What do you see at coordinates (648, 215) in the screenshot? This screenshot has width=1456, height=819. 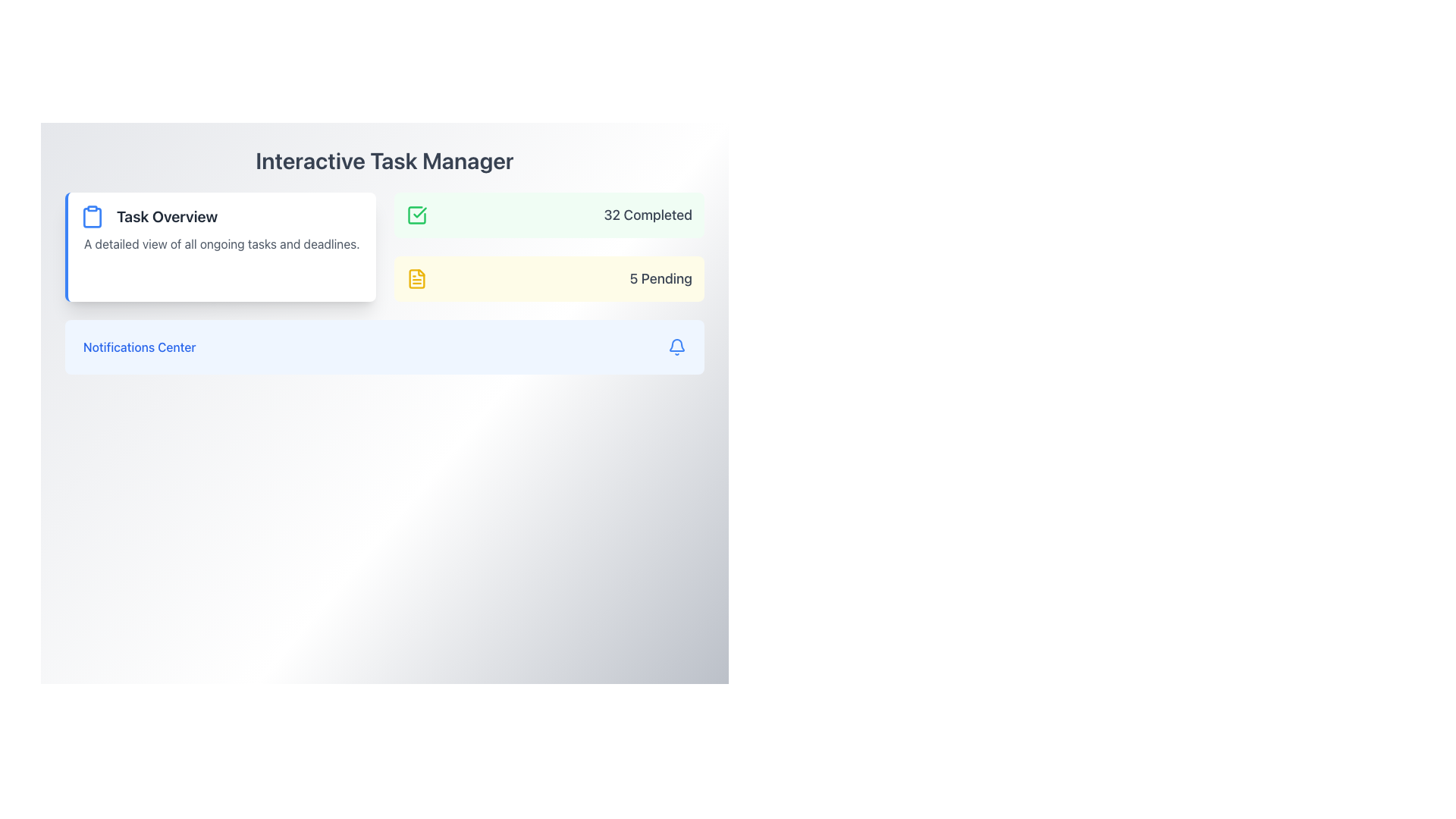 I see `the static text label displaying the number of completed tasks ('32') located in the top-right corner of the green notification panel` at bounding box center [648, 215].